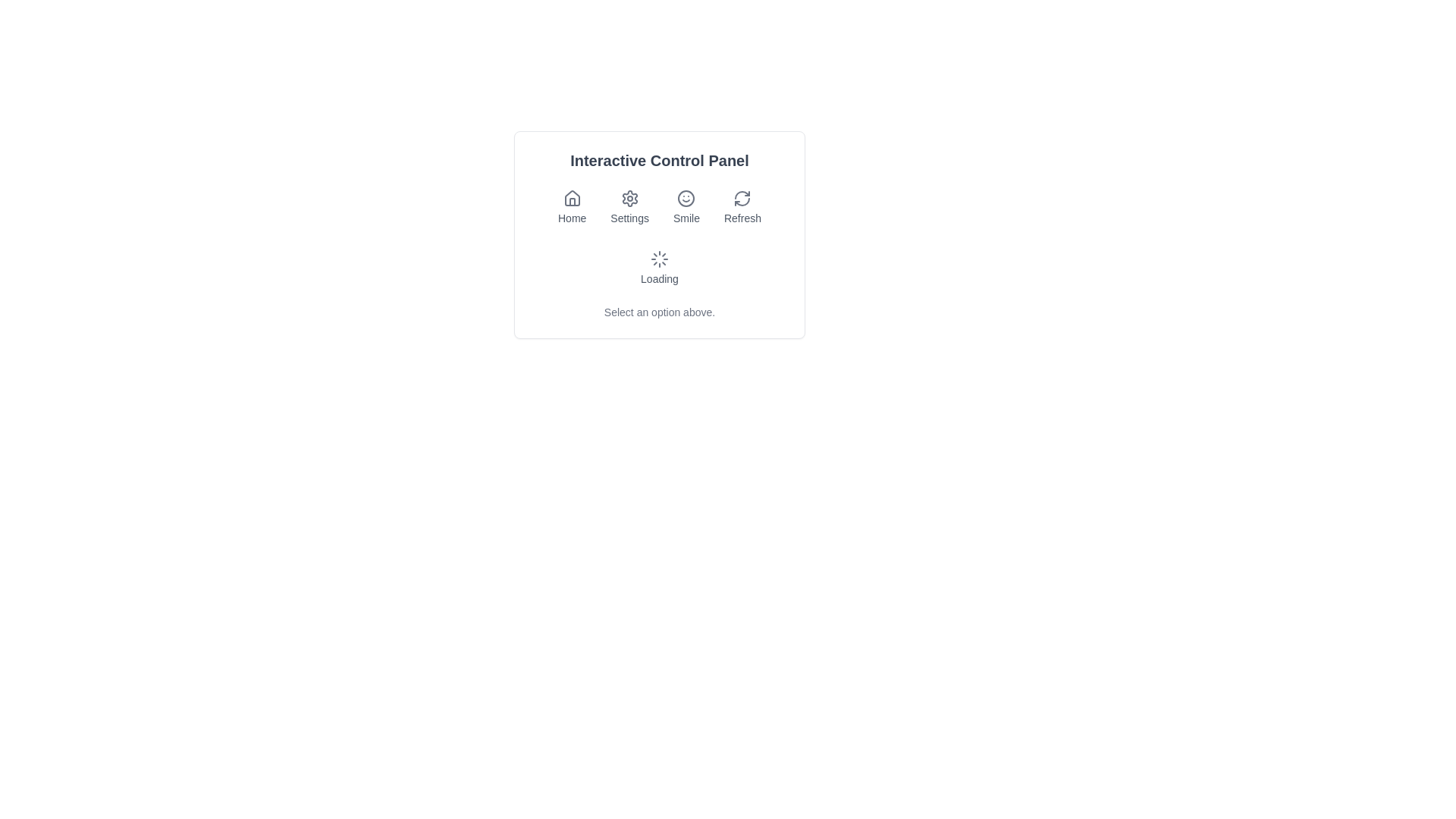  I want to click on the refresh SVG icon located at the top of the 'Refresh' section in the interactive control panel, so click(742, 198).